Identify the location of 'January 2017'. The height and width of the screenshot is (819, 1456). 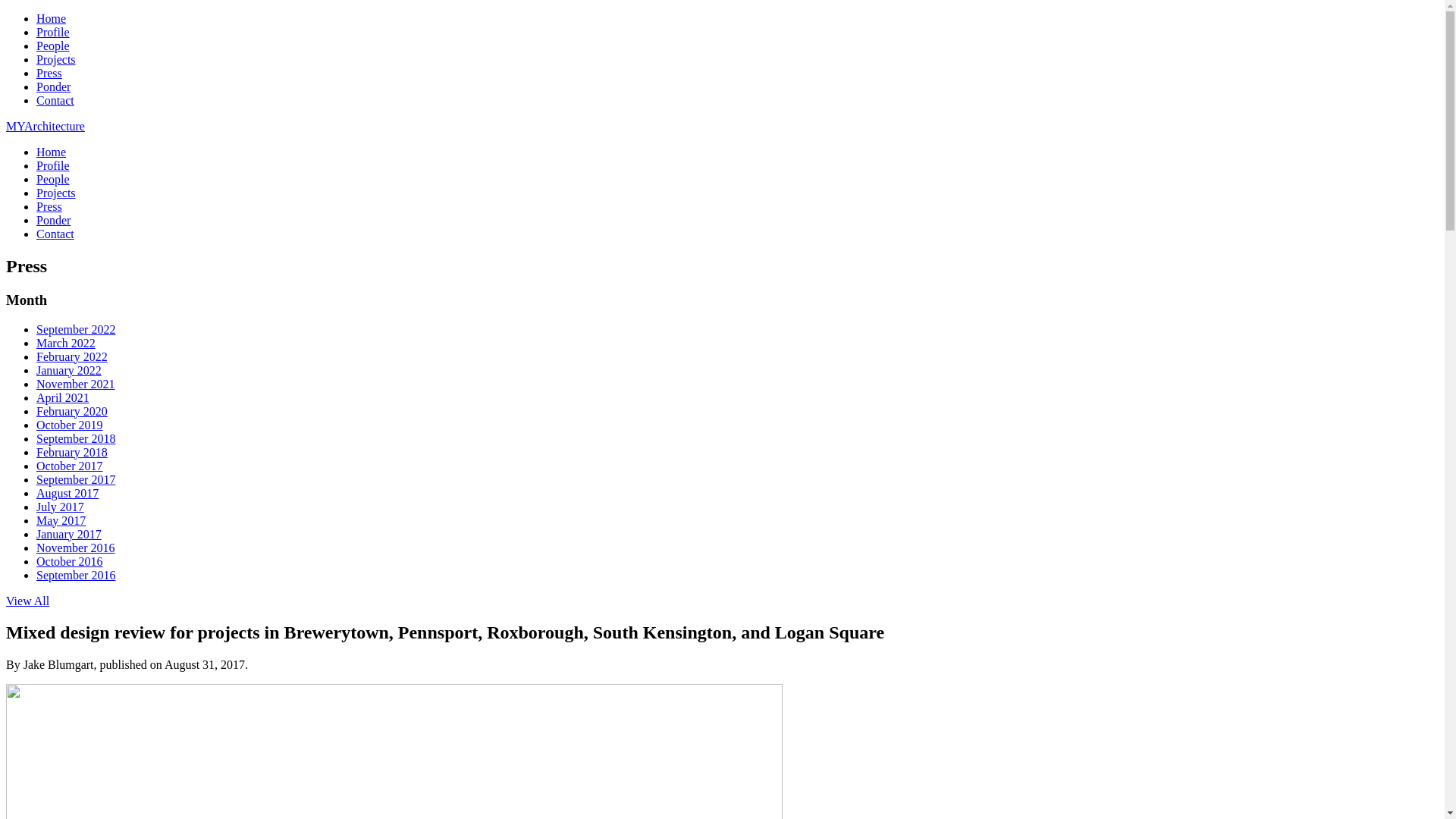
(68, 533).